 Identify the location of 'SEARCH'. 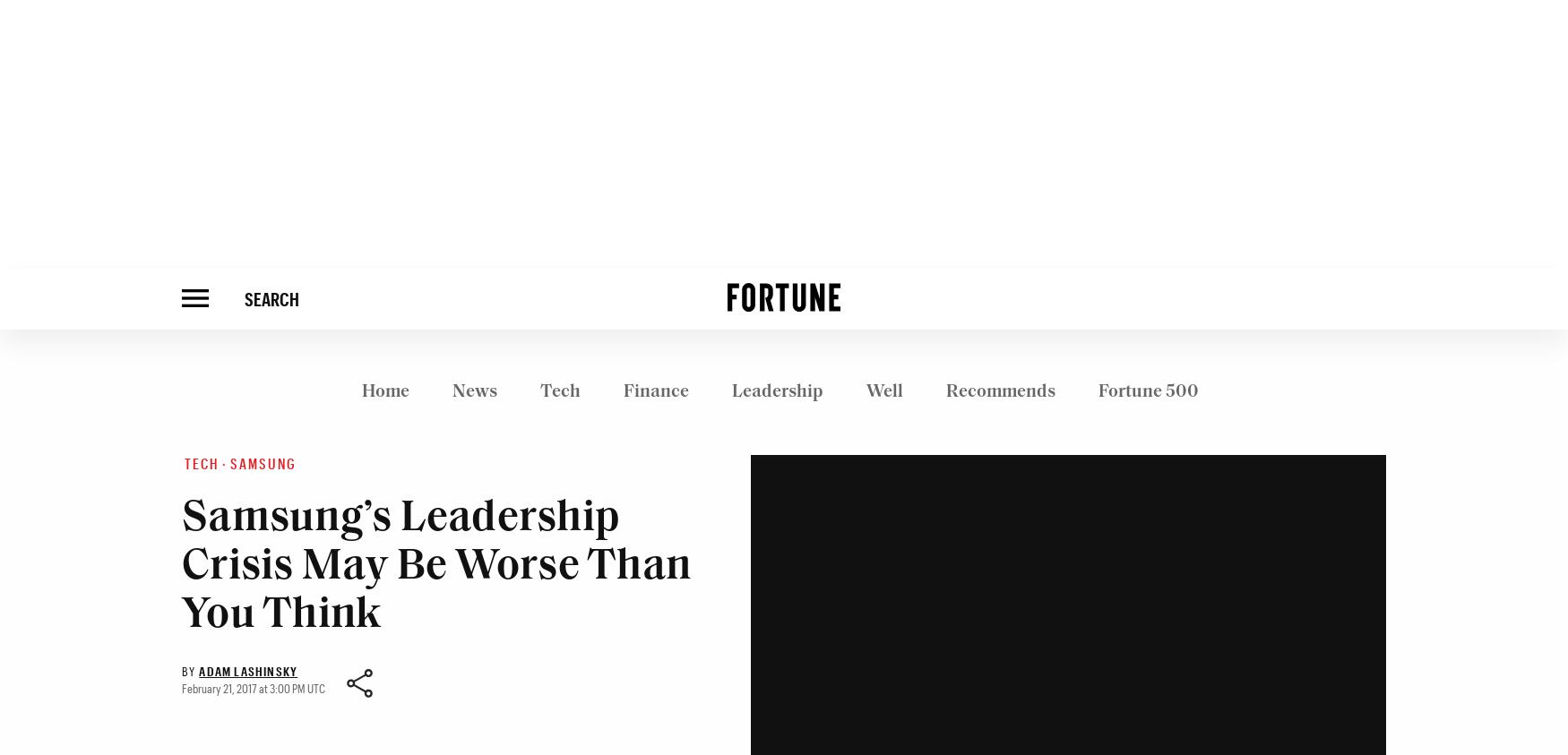
(271, 297).